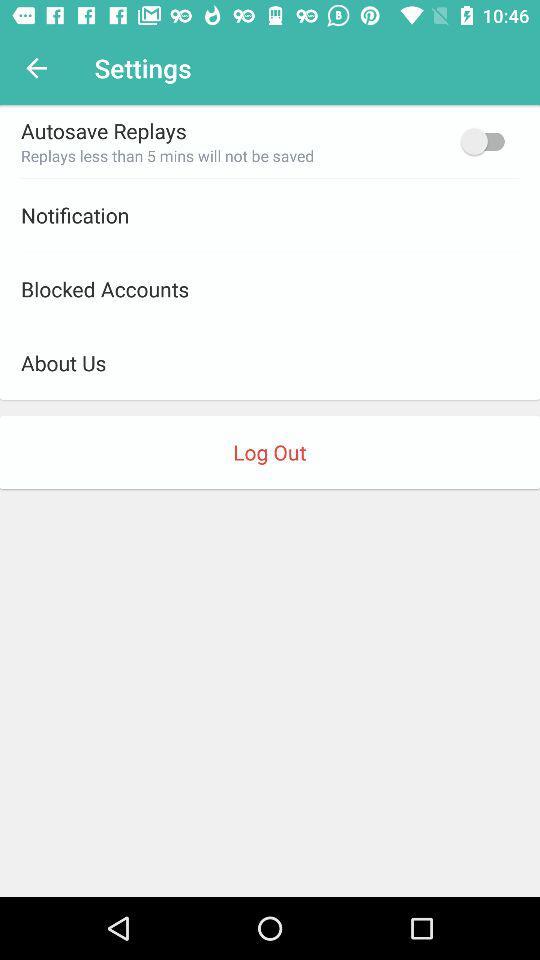 This screenshot has height=960, width=540. What do you see at coordinates (486, 140) in the screenshot?
I see `icon to the right of the replays less than icon` at bounding box center [486, 140].